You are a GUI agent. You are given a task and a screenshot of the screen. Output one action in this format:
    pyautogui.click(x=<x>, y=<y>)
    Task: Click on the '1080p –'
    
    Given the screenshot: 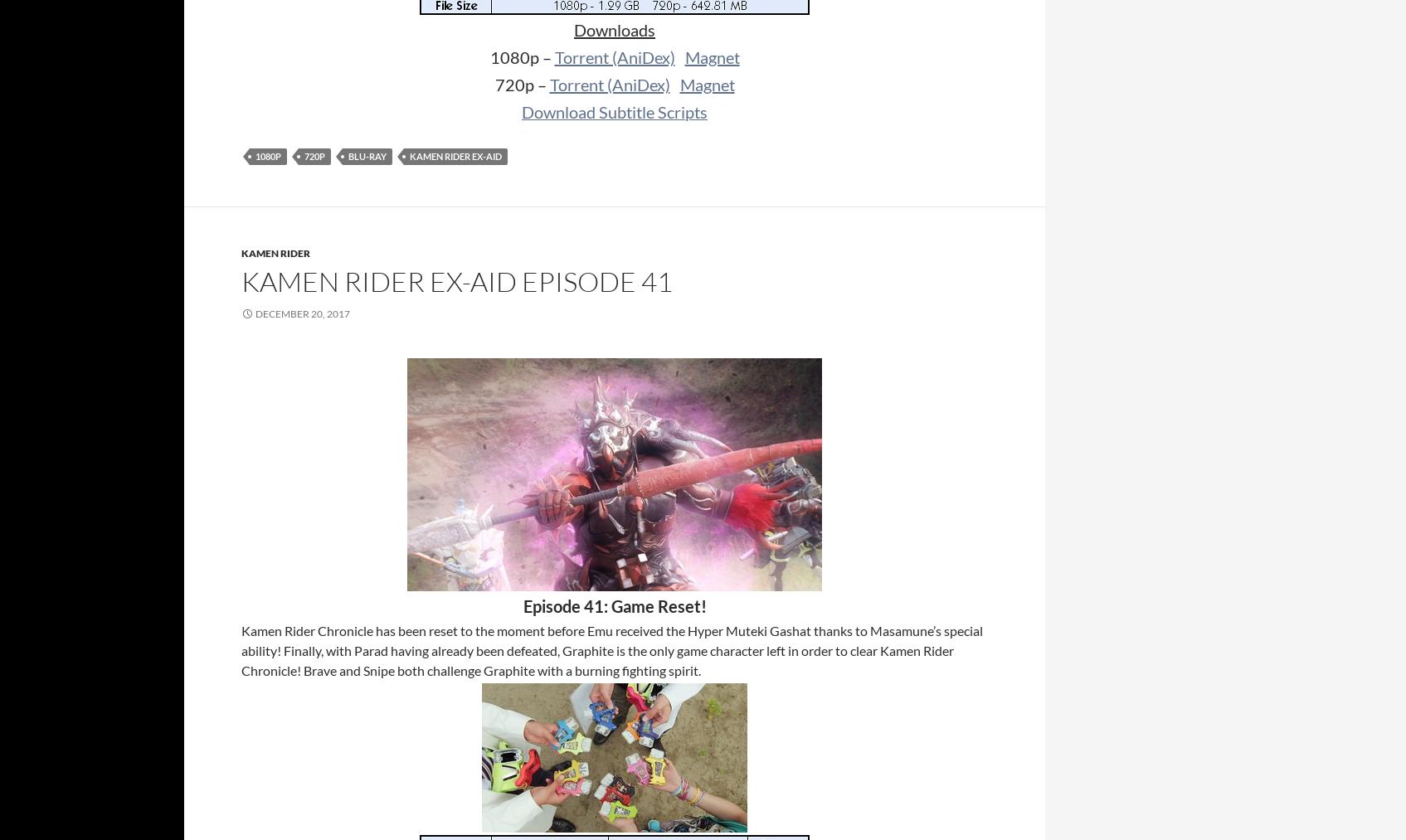 What is the action you would take?
    pyautogui.click(x=521, y=56)
    